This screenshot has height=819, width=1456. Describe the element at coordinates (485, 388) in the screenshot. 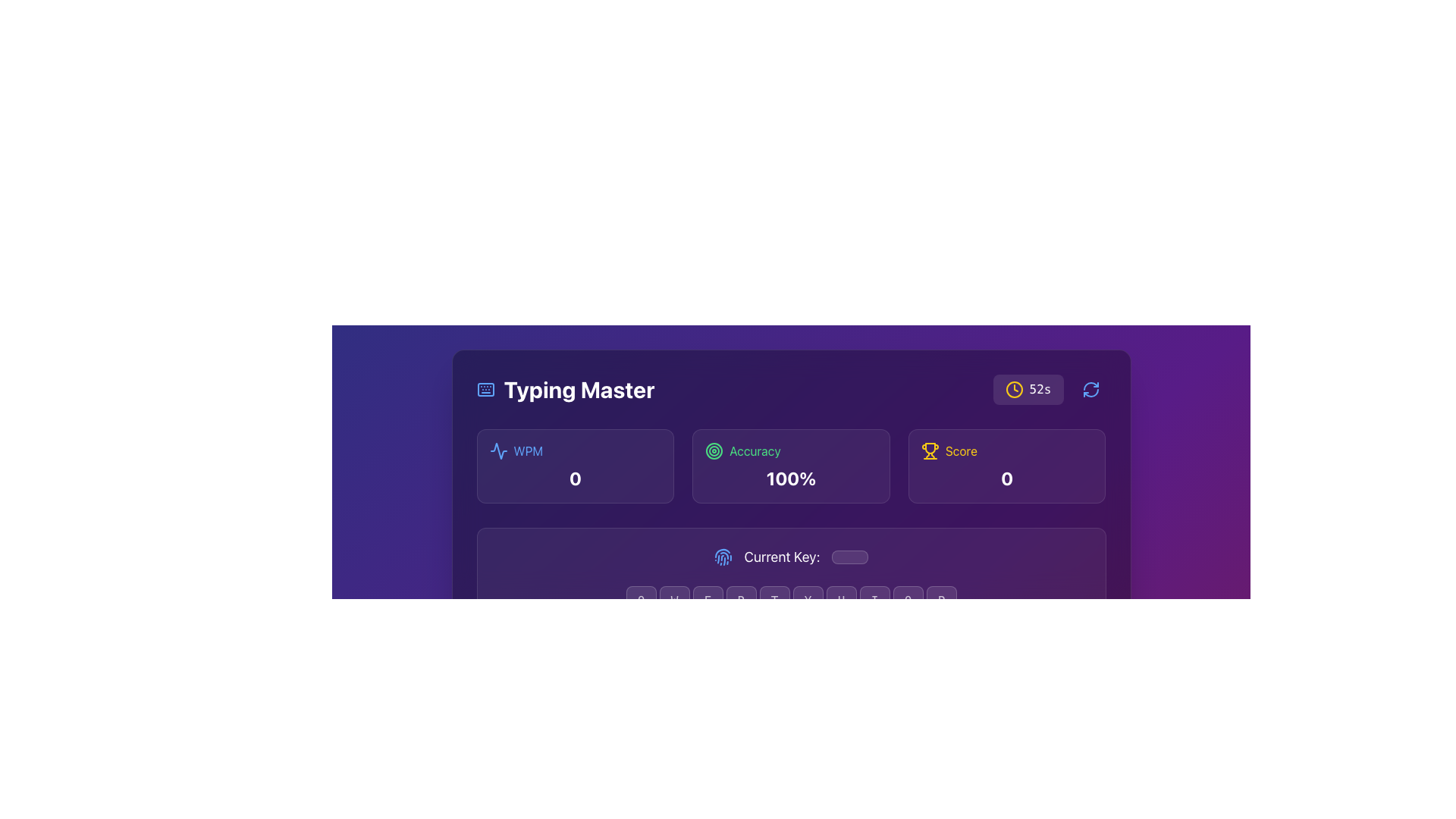

I see `the keyboard icon, which is a minimalistic blue icon located to the left of the 'Typing Master' title` at that location.